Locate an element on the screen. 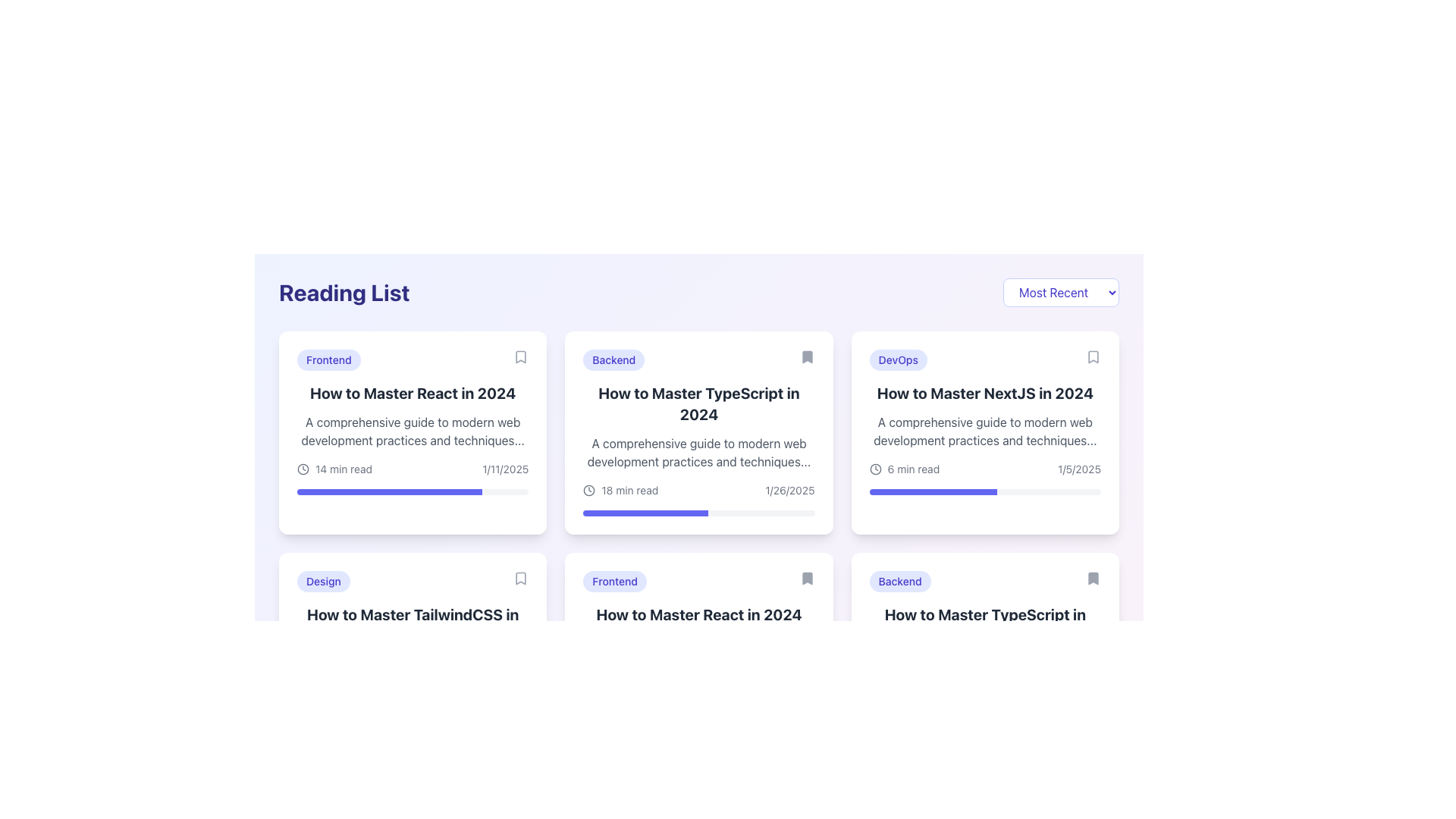  the progress bar segment indicating the completion percentage for the task in the card titled 'How to Master NextJS in 2024' located in the third column of the first row is located at coordinates (932, 491).